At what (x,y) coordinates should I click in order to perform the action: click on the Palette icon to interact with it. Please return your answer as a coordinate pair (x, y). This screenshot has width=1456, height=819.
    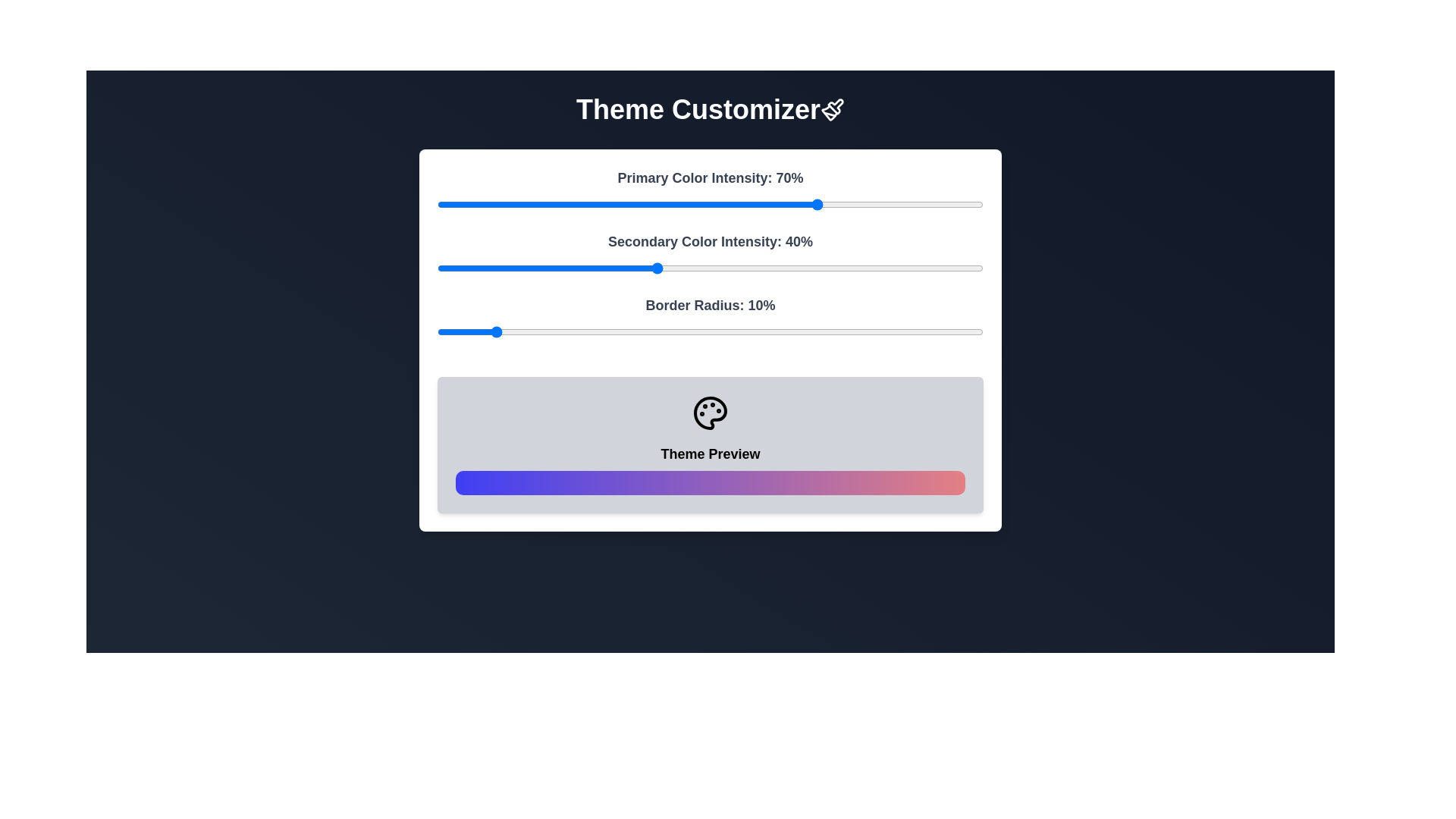
    Looking at the image, I should click on (709, 413).